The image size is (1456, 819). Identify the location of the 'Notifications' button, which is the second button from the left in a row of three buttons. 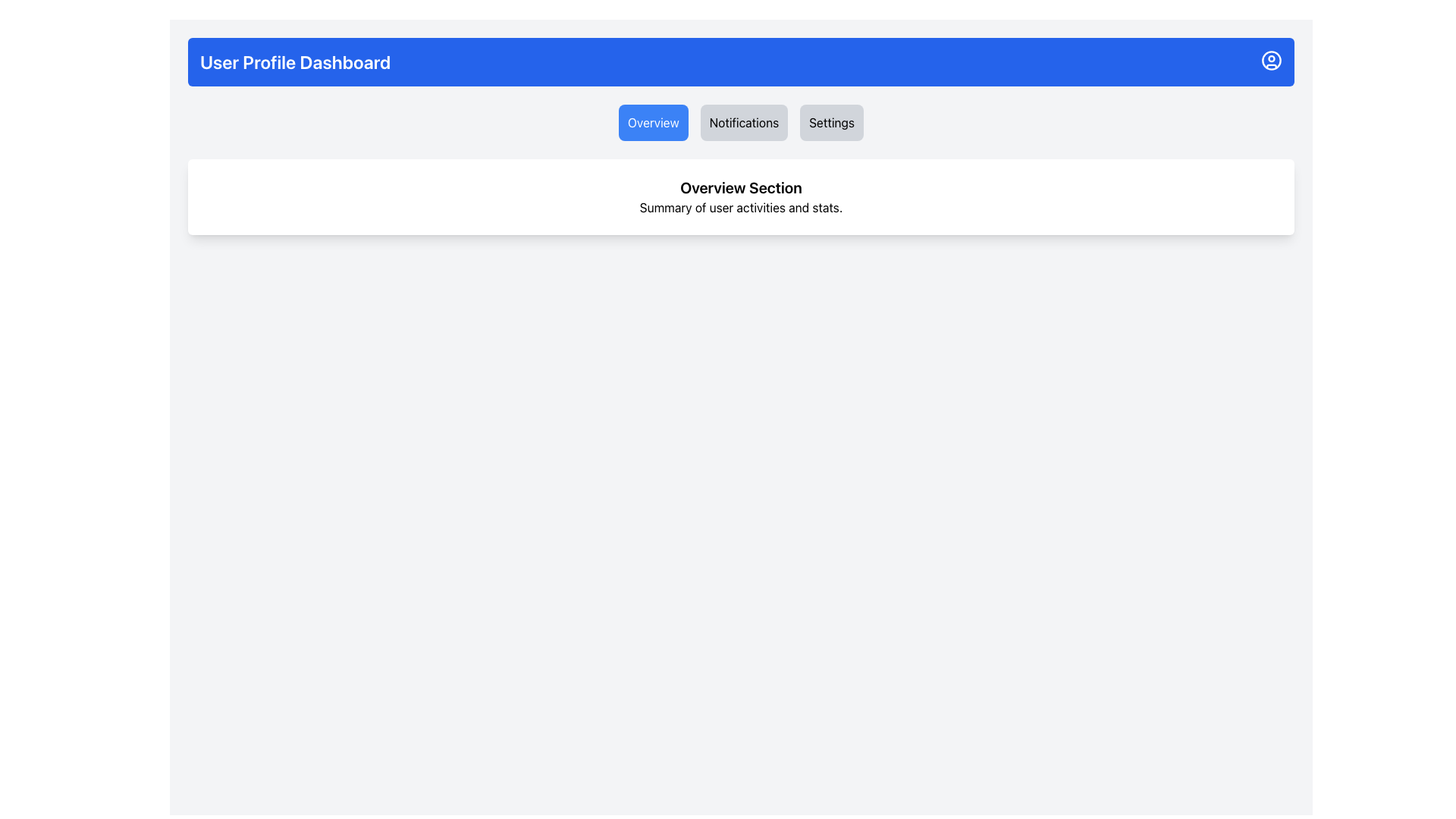
(744, 122).